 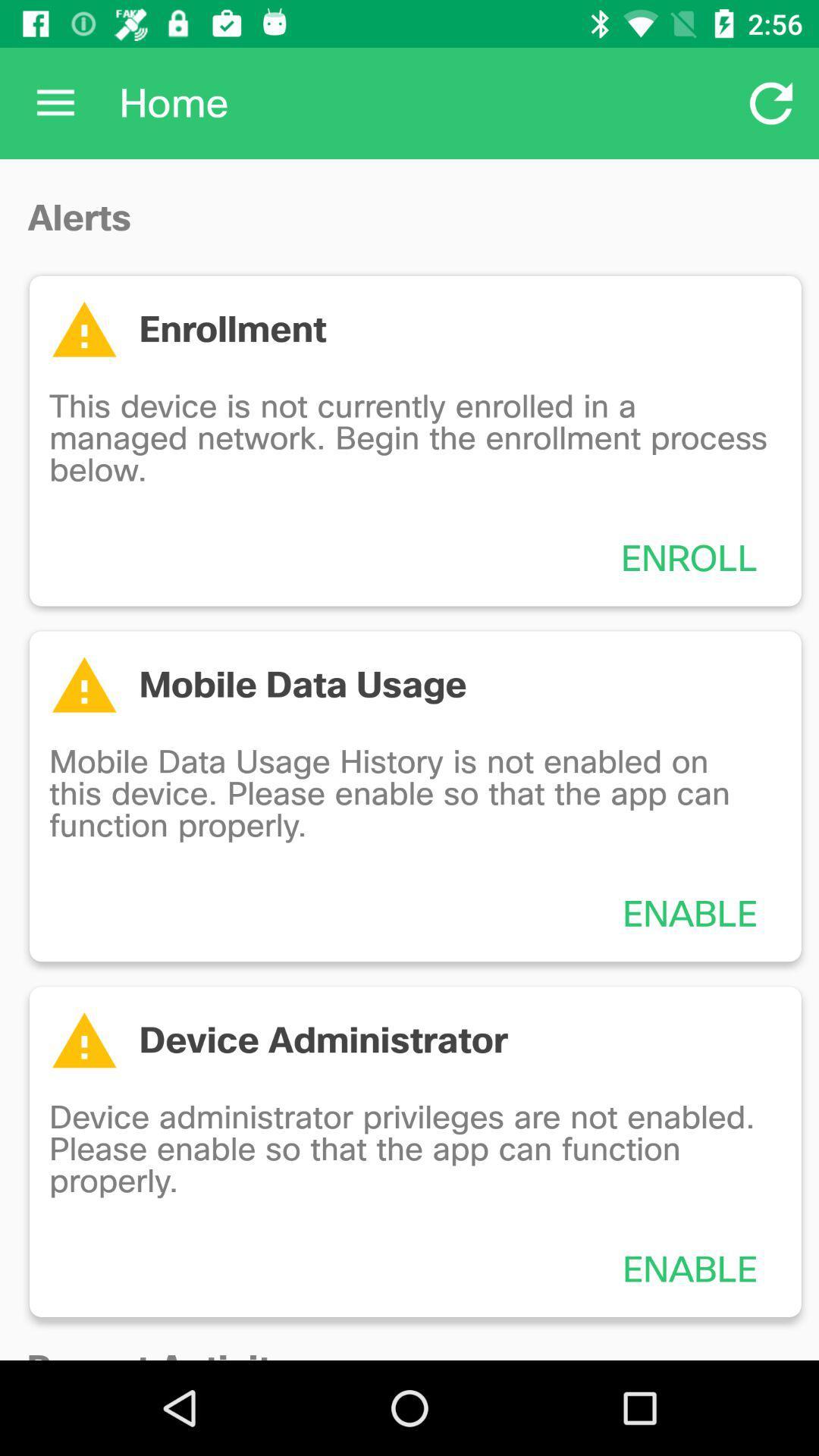 What do you see at coordinates (771, 102) in the screenshot?
I see `item to the right of the home item` at bounding box center [771, 102].